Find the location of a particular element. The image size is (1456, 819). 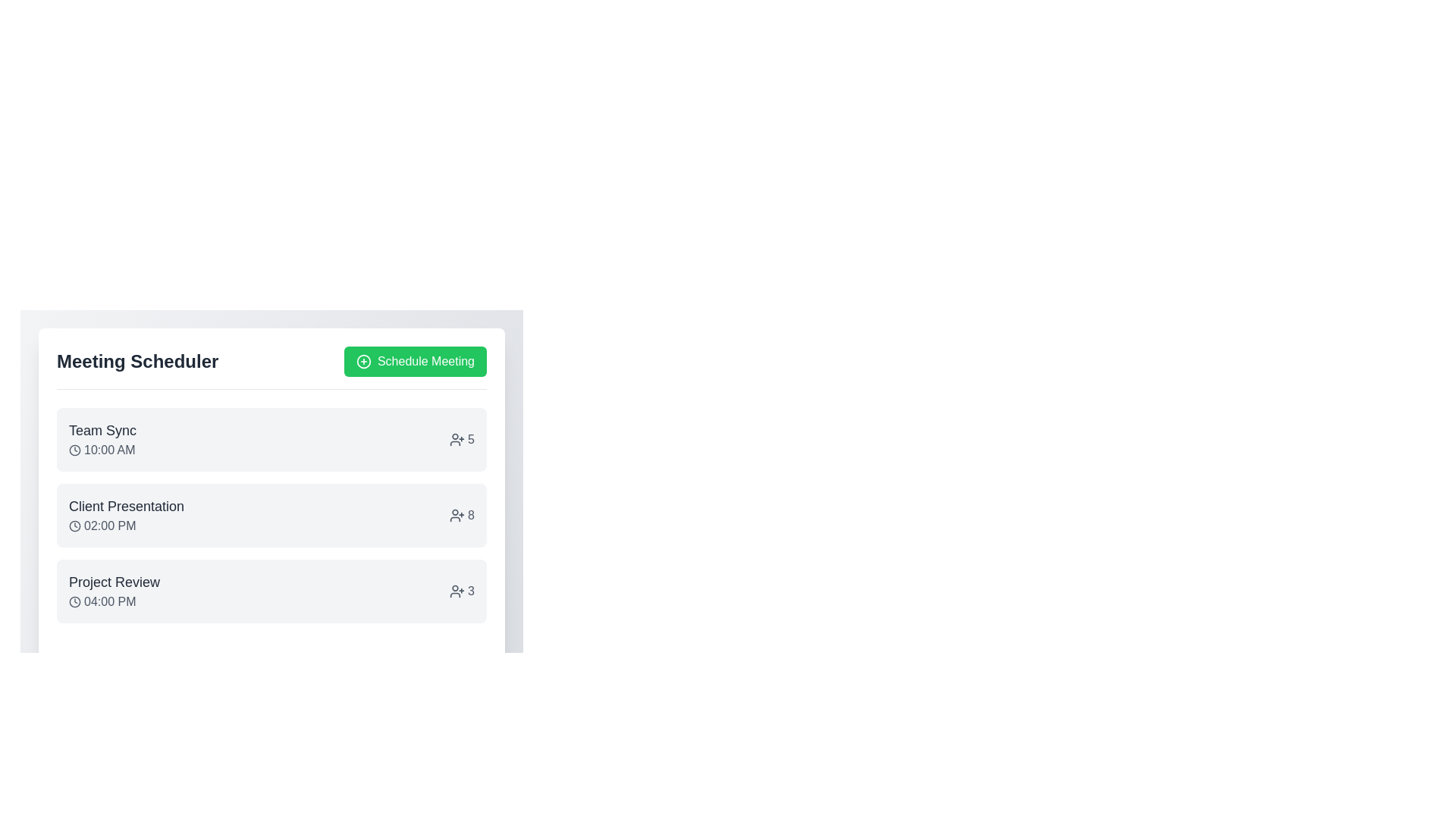

the 'Meeting Scheduler' text label, which is styled with a large, bold, dark gray font and serves as a title at the top of the interface is located at coordinates (137, 362).